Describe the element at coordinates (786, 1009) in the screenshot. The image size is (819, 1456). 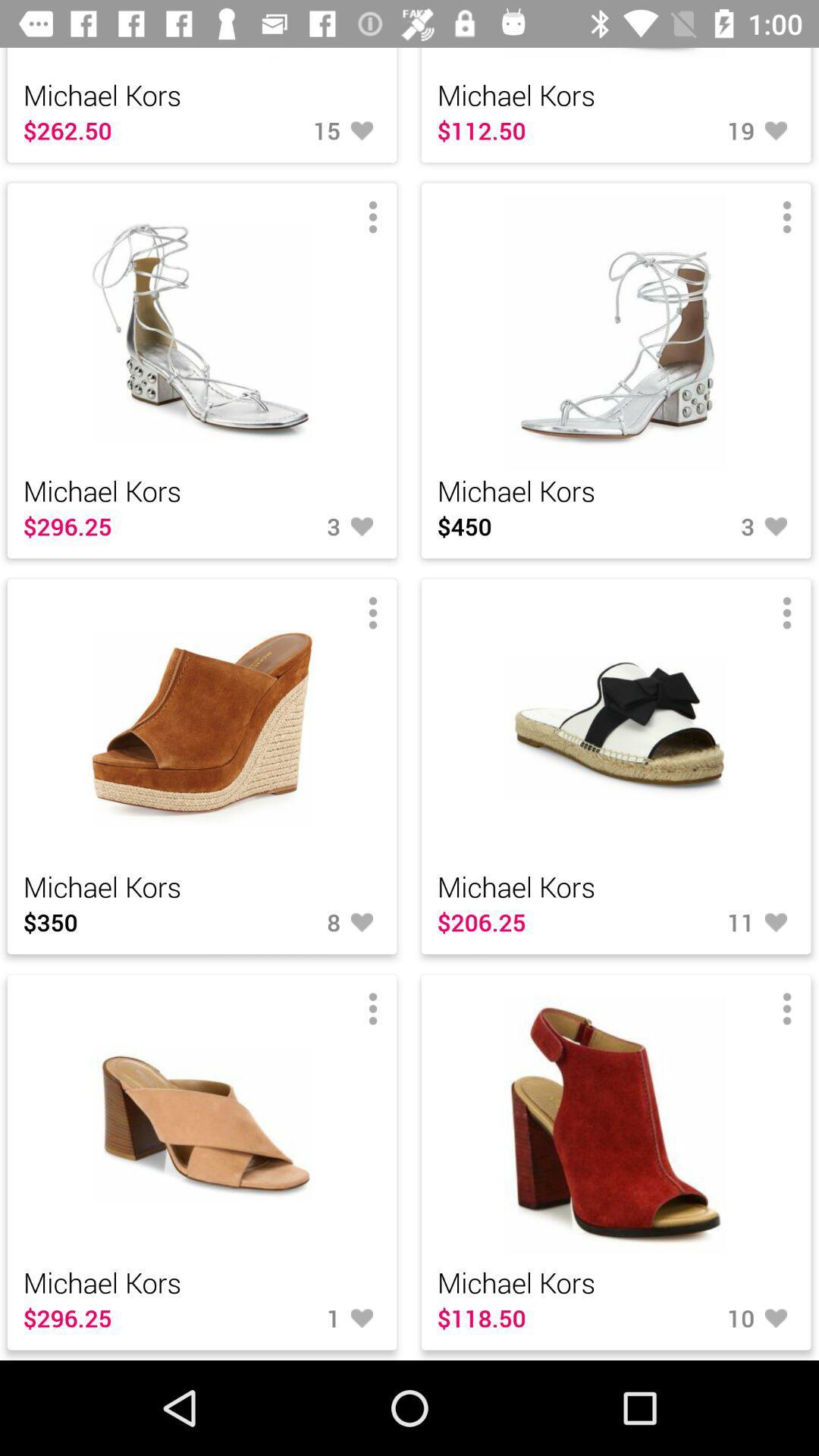
I see `the menu bar on the bottom right image` at that location.